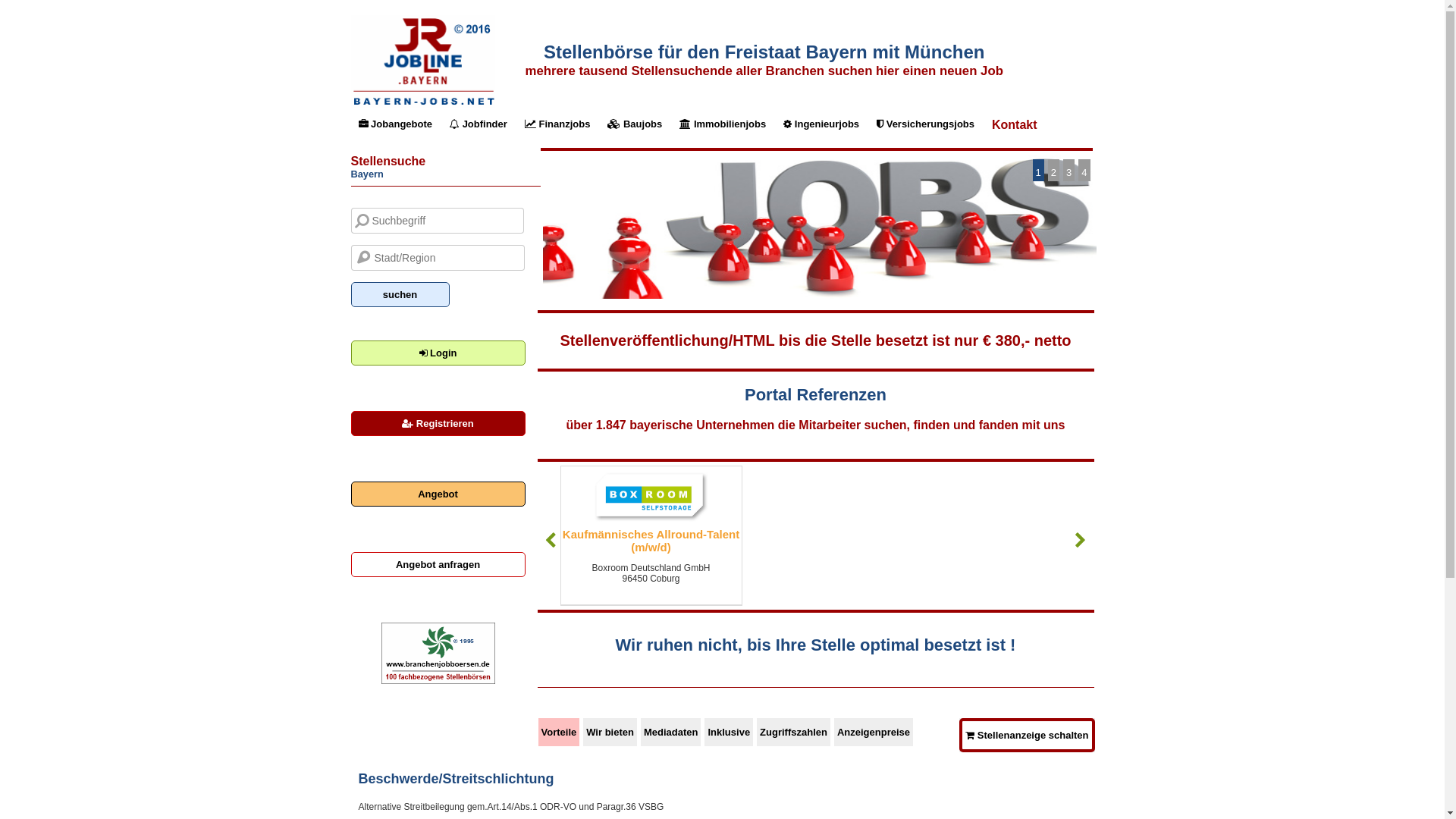 Image resolution: width=1456 pixels, height=819 pixels. Describe the element at coordinates (795, 731) in the screenshot. I see `'Zugriffszahlen'` at that location.